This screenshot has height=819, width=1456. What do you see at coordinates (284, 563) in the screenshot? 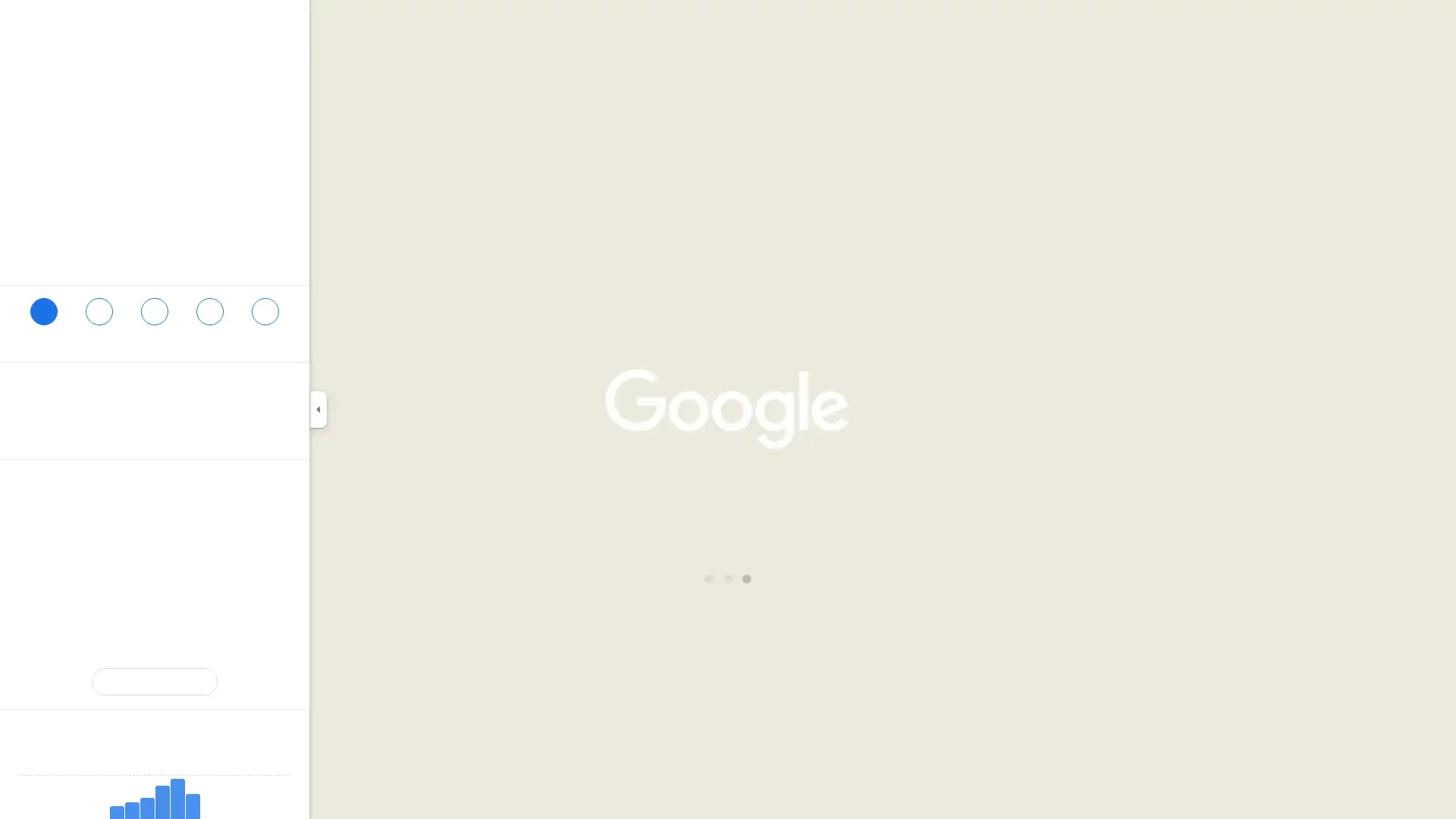
I see `Call phone number` at bounding box center [284, 563].